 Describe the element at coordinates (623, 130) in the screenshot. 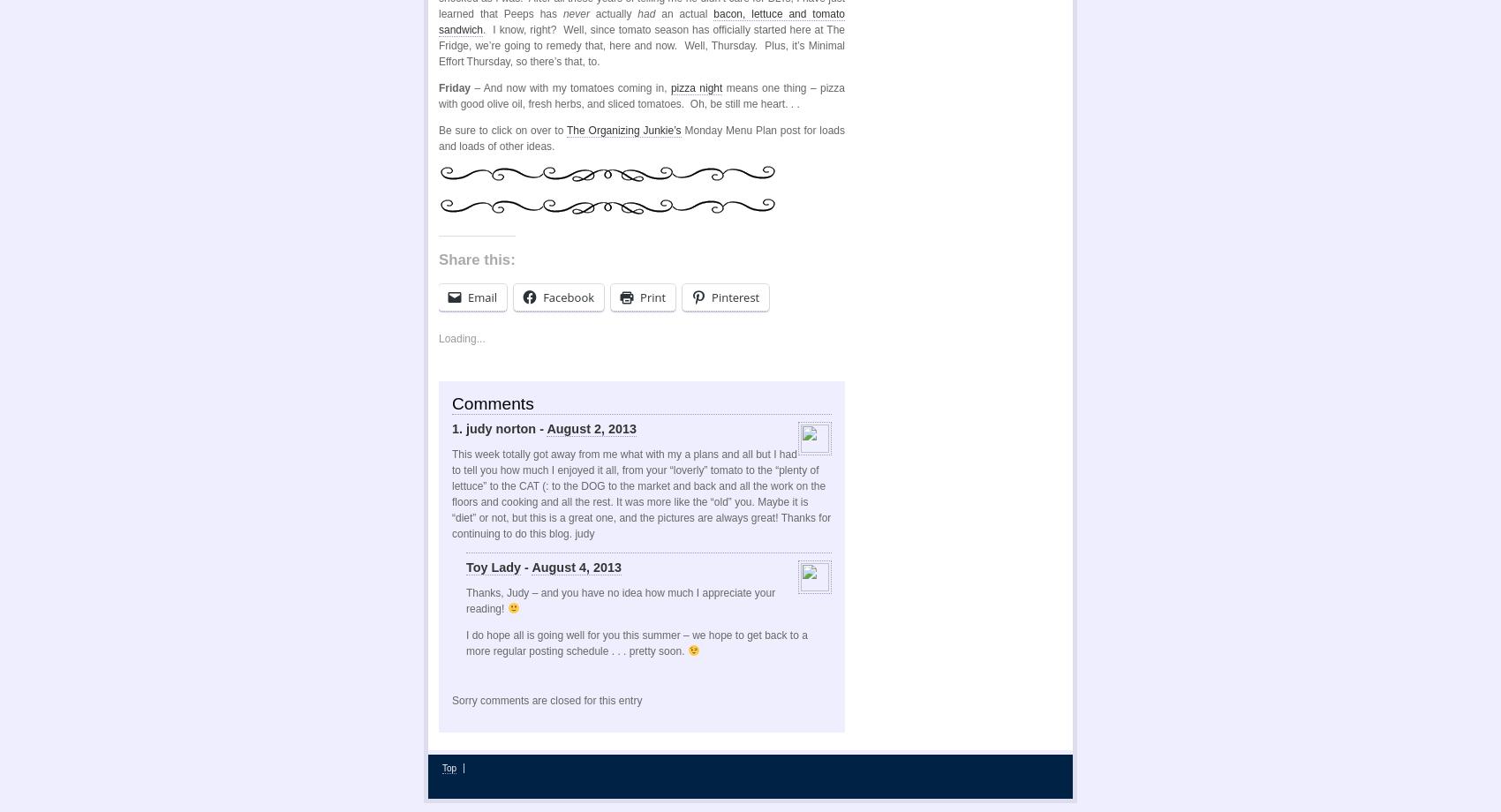

I see `'The Organizing Junkie’s'` at that location.